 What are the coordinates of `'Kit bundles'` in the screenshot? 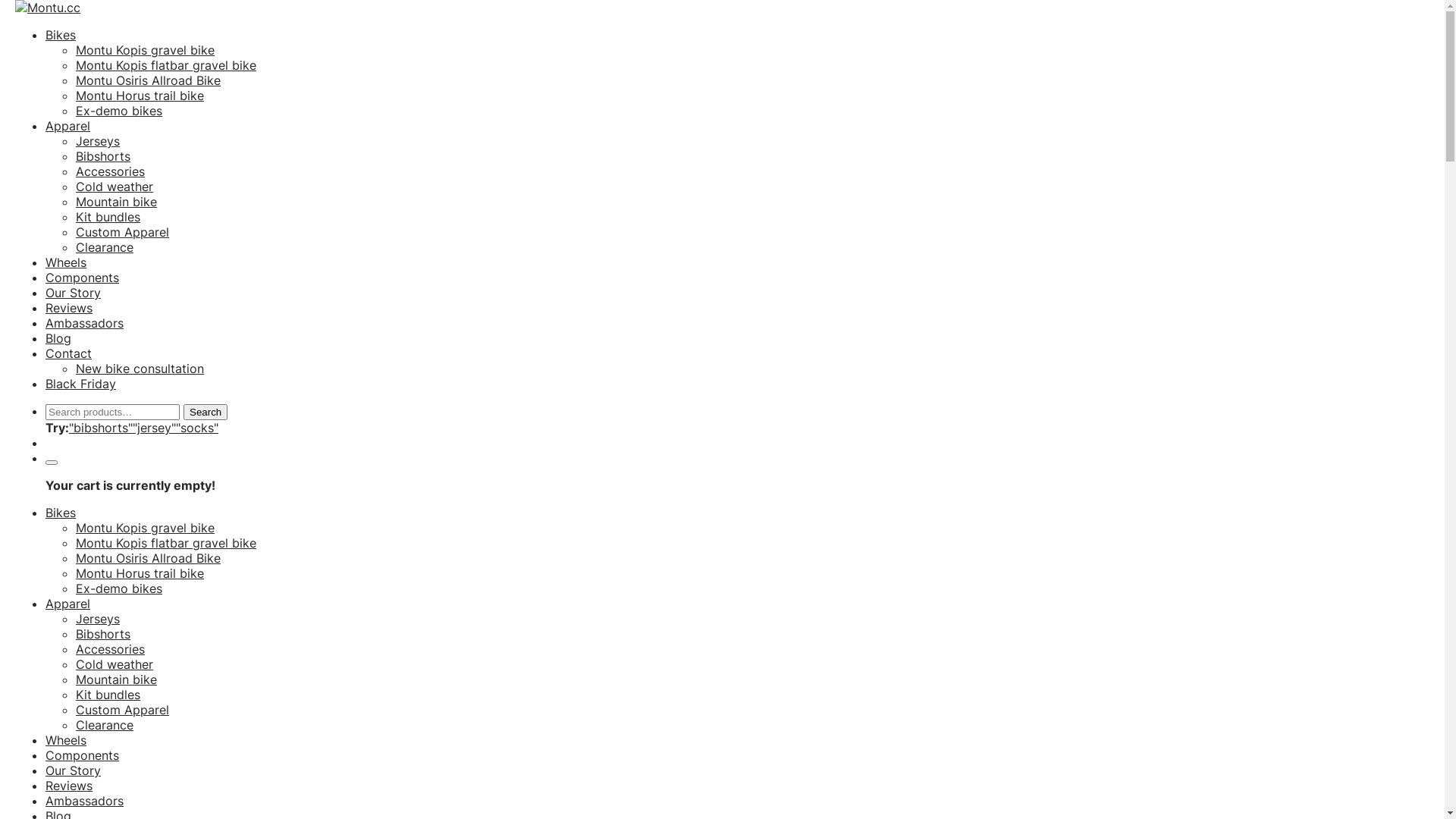 It's located at (107, 694).